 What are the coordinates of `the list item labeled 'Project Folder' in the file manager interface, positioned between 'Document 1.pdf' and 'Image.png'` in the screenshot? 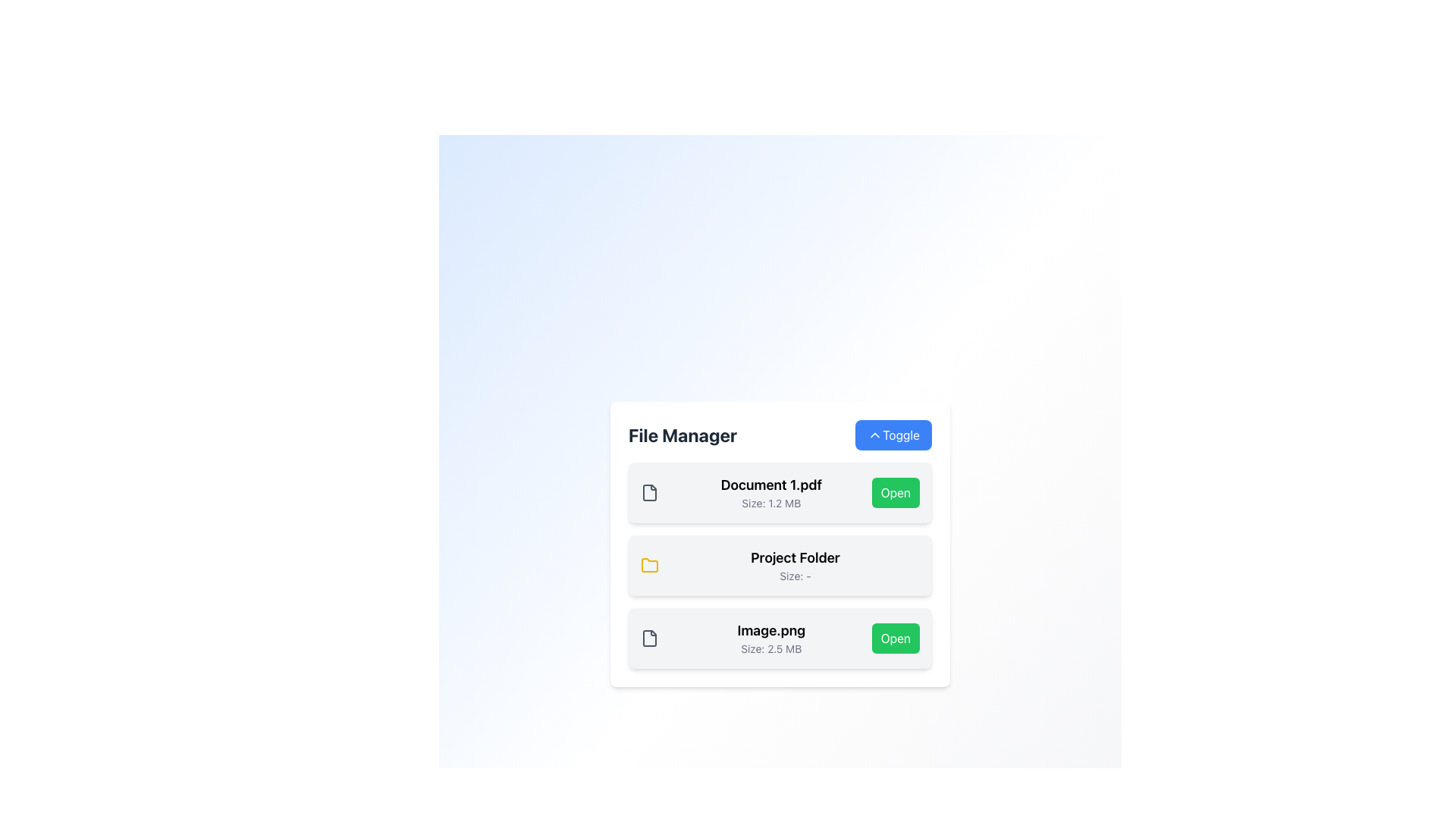 It's located at (780, 565).